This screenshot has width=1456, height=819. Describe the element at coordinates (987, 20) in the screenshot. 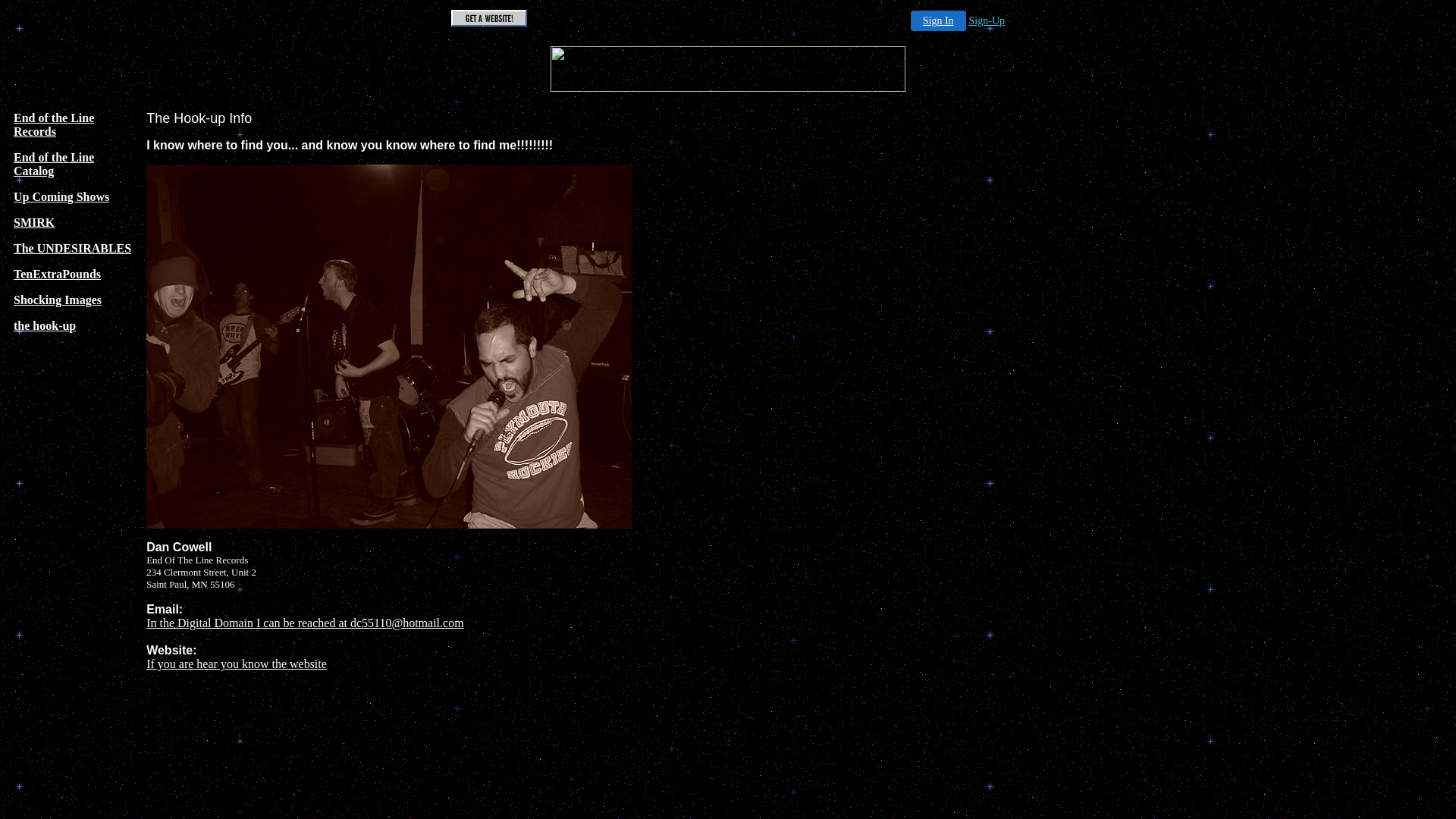

I see `'Sign-Up'` at that location.